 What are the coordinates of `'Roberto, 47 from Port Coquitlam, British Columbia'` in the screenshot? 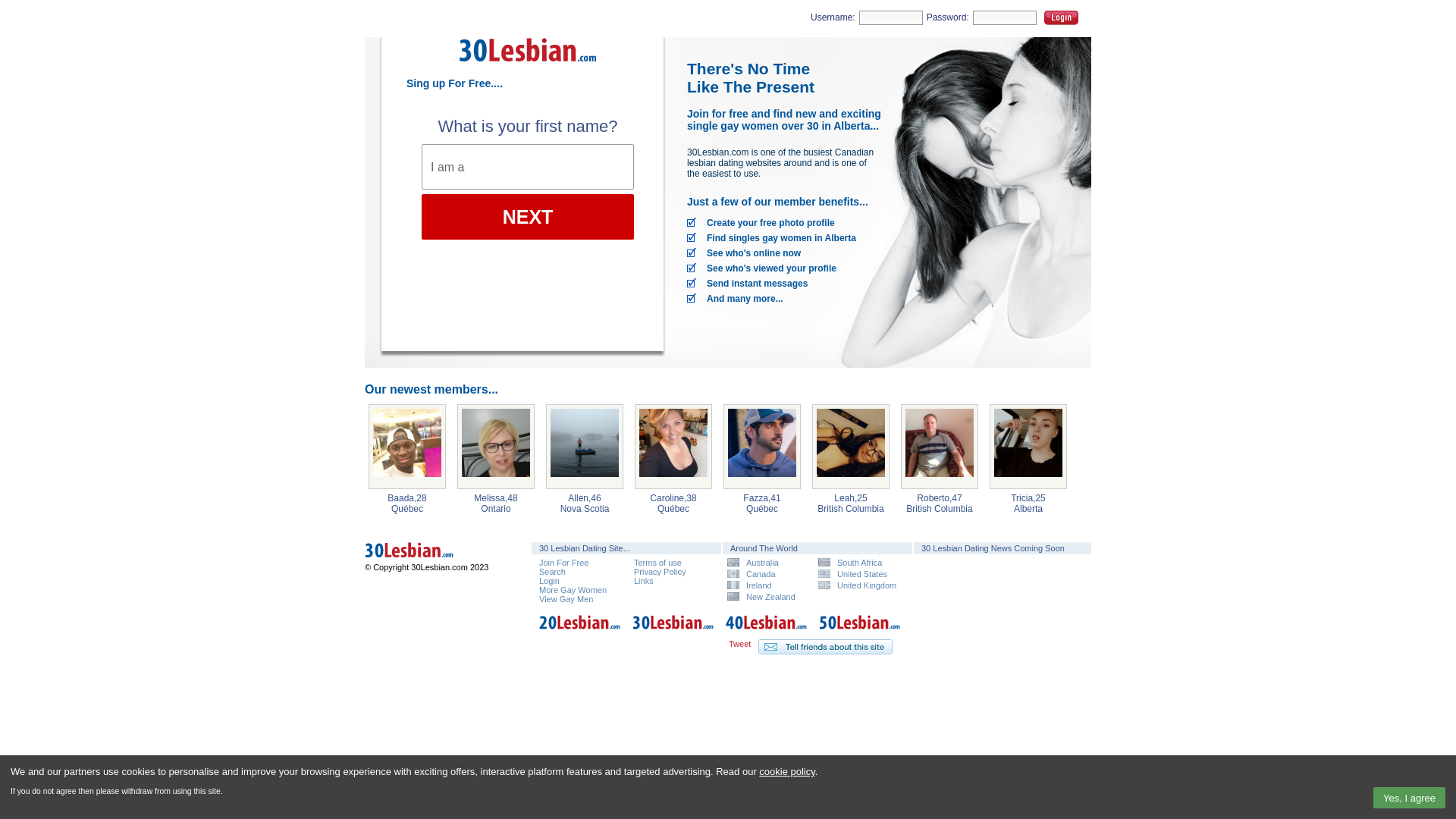 It's located at (938, 446).